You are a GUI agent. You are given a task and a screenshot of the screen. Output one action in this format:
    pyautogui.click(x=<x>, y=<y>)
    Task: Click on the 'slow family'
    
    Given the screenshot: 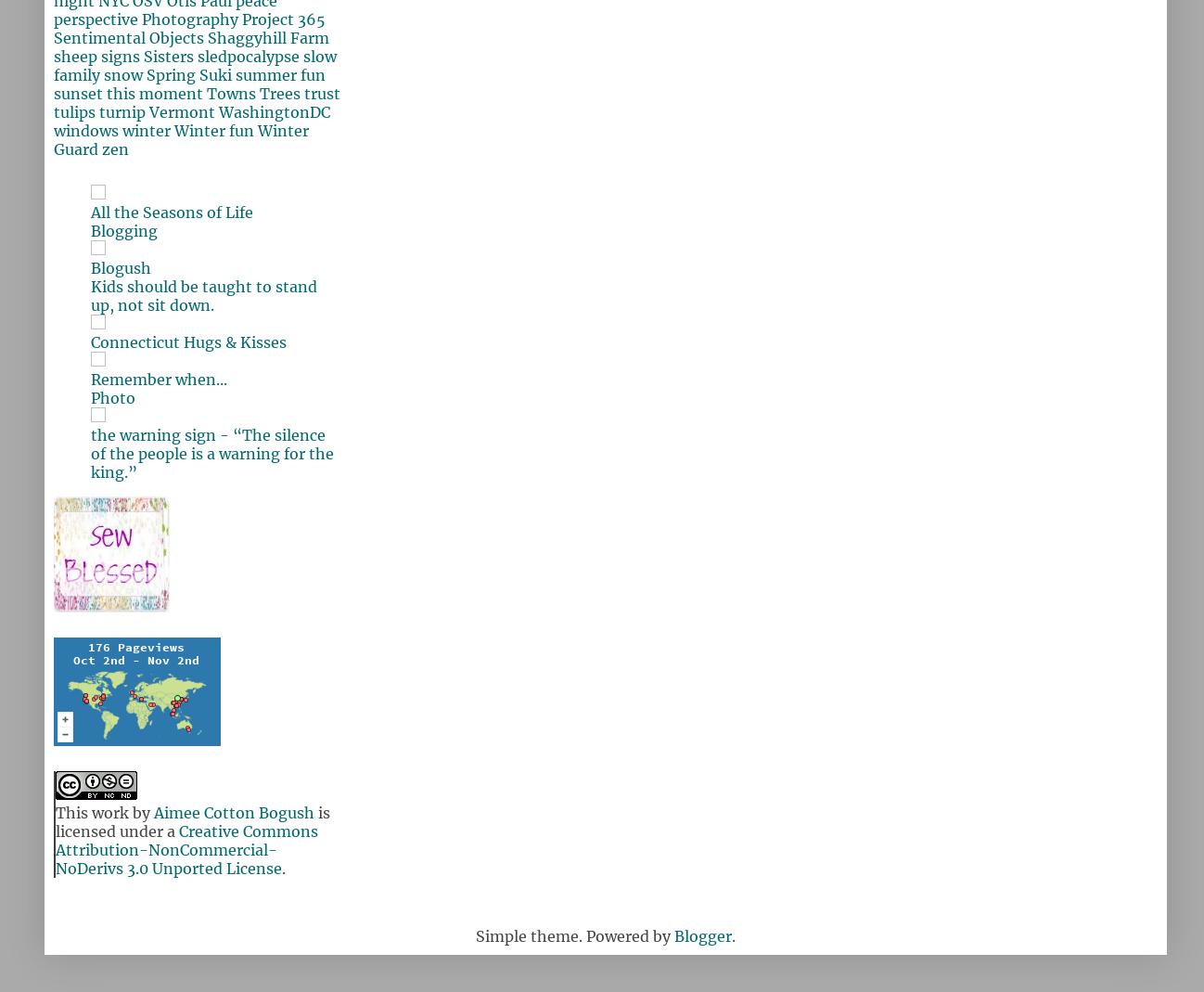 What is the action you would take?
    pyautogui.click(x=195, y=64)
    